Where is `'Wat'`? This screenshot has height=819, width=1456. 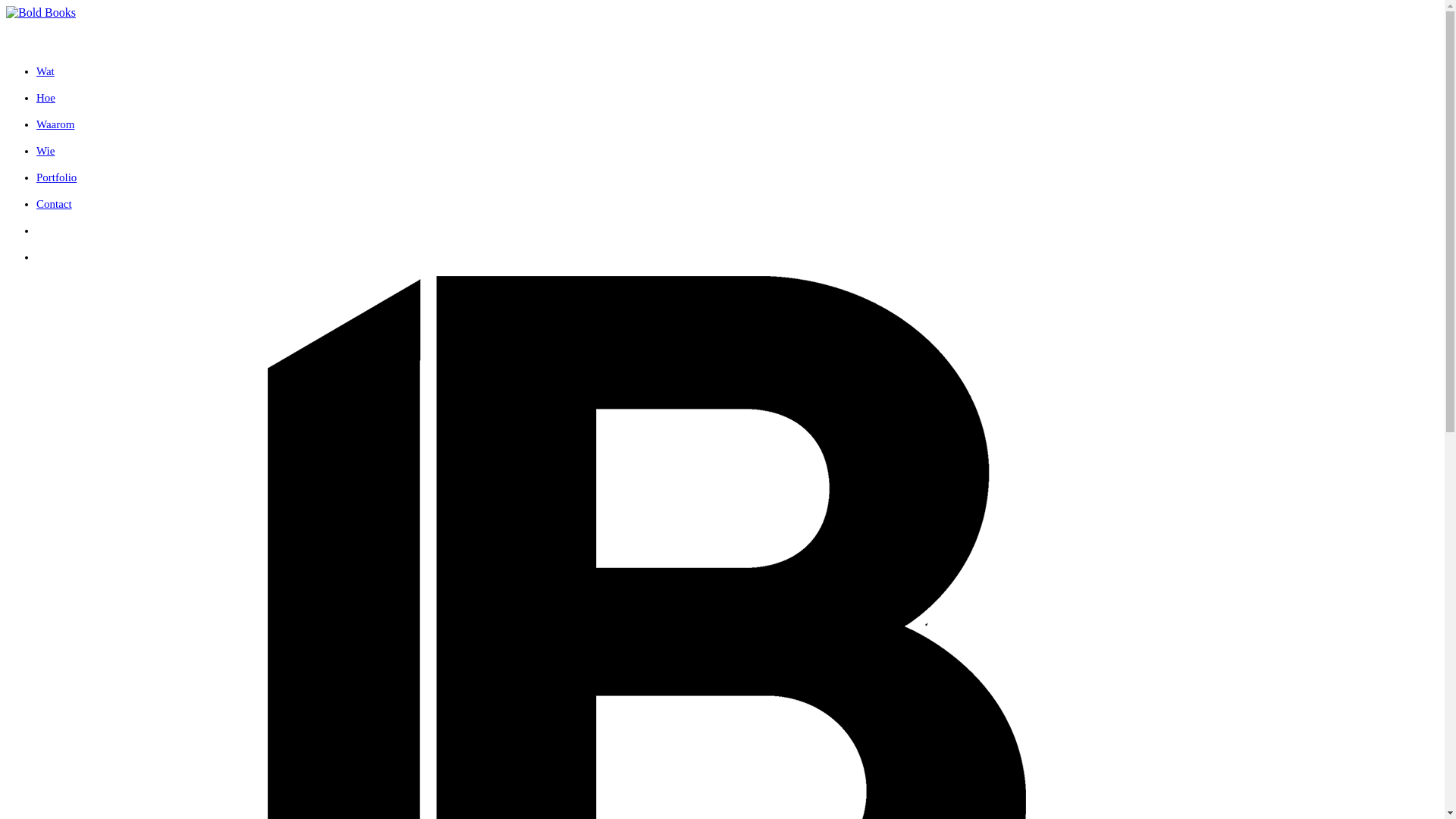
'Wat' is located at coordinates (45, 71).